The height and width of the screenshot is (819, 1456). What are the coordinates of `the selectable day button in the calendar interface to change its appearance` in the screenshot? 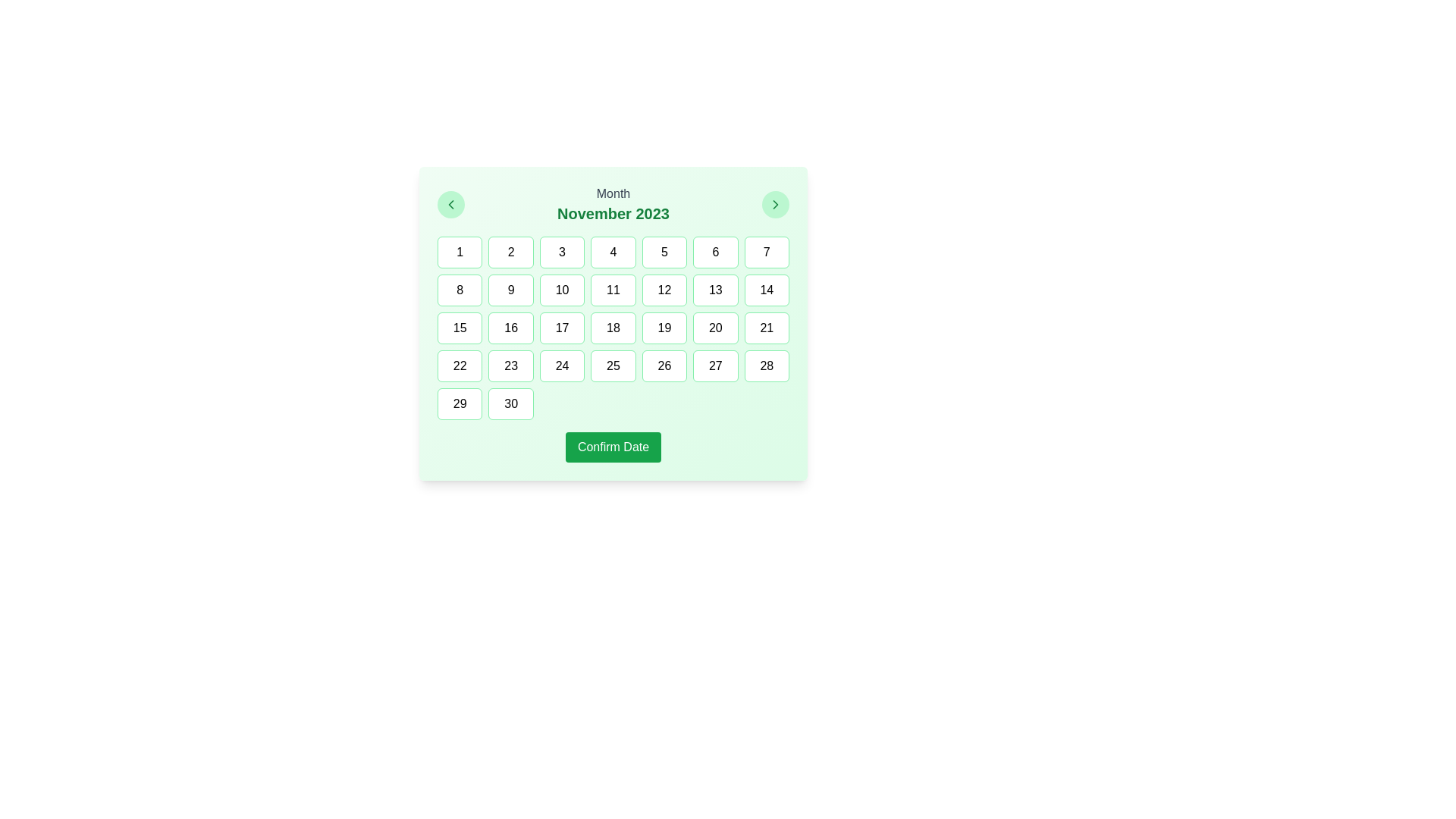 It's located at (511, 366).